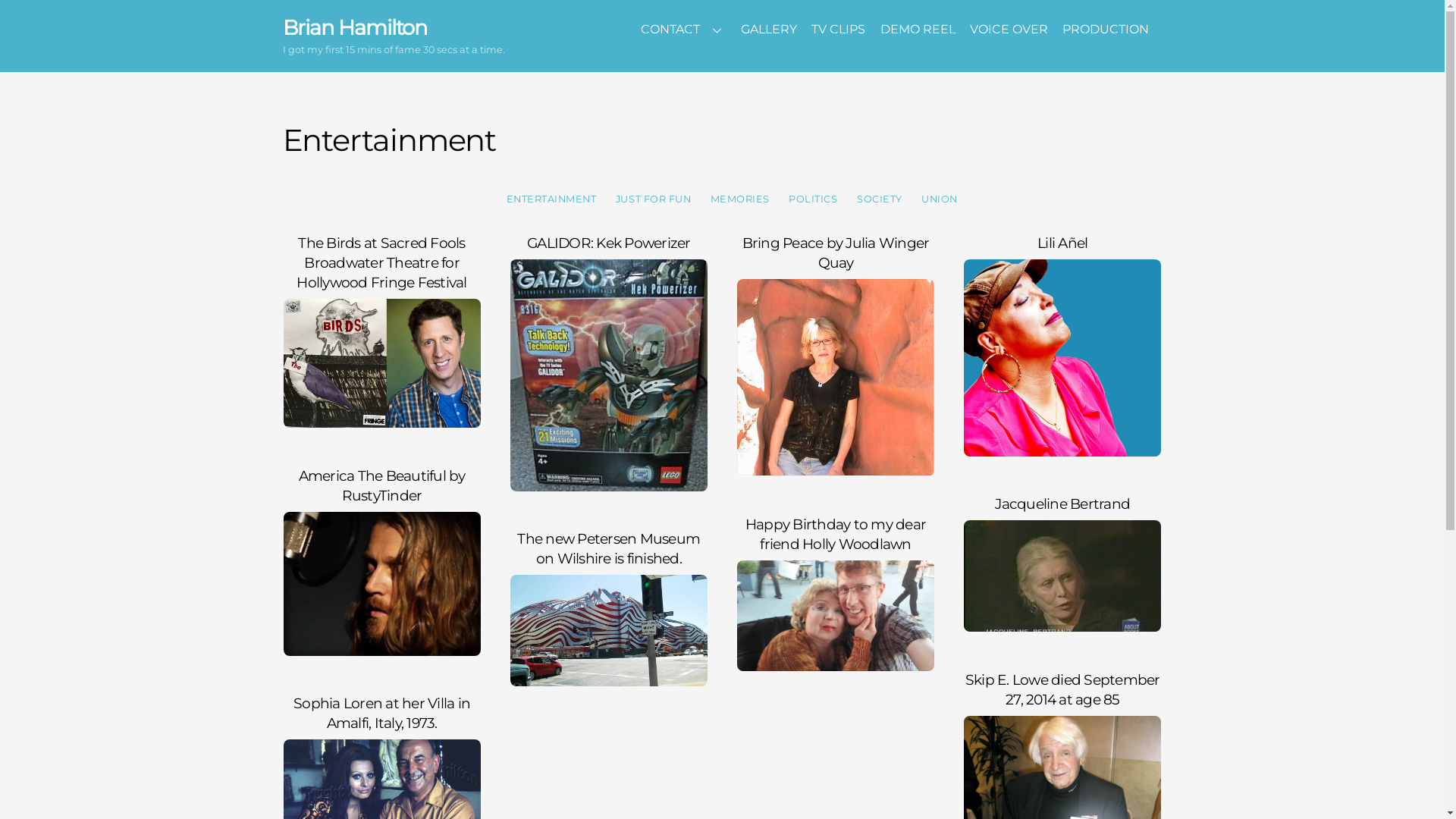  Describe the element at coordinates (813, 198) in the screenshot. I see `'POLITICS'` at that location.